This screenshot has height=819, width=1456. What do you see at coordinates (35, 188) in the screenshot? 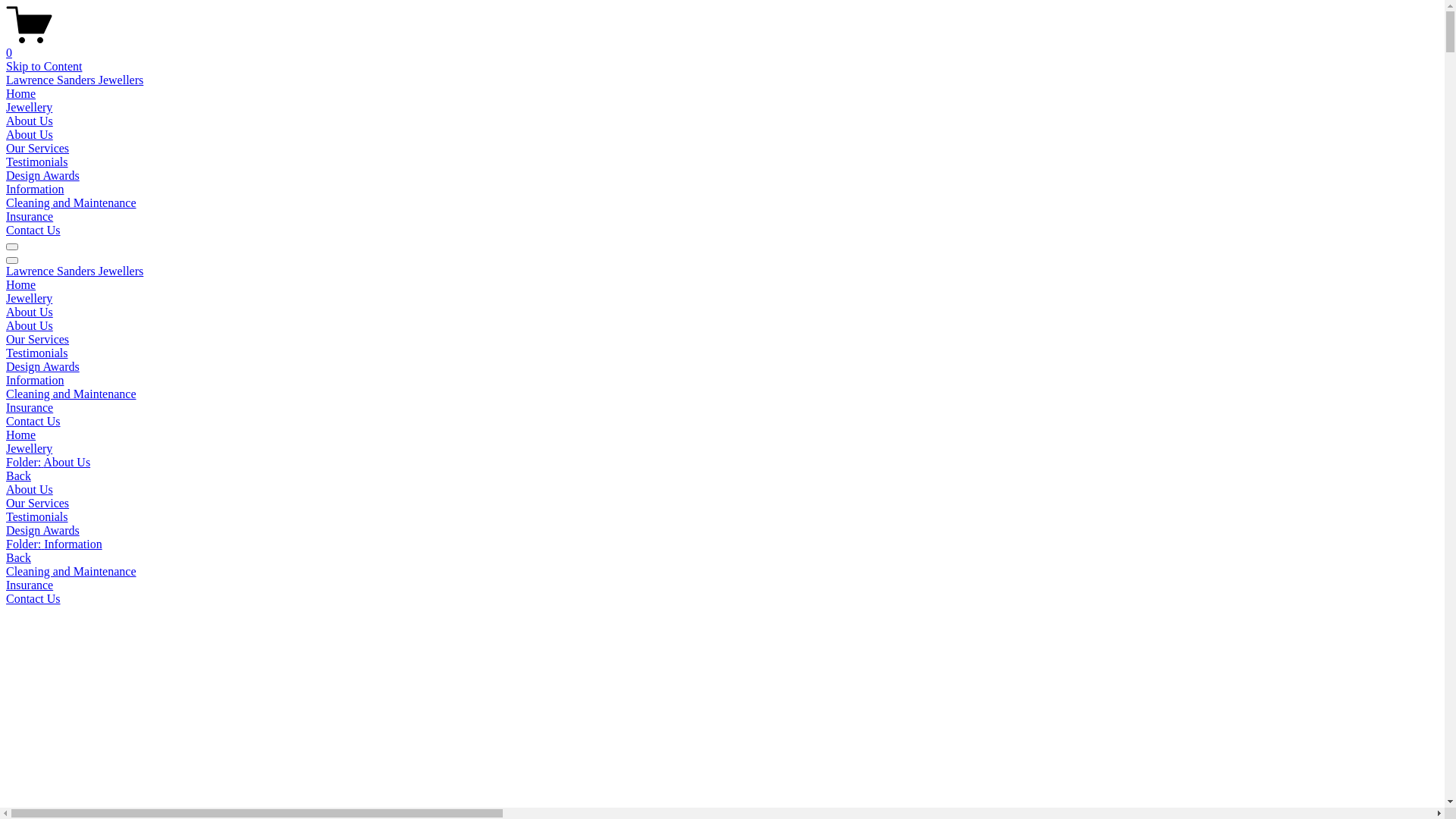
I see `'Information'` at bounding box center [35, 188].